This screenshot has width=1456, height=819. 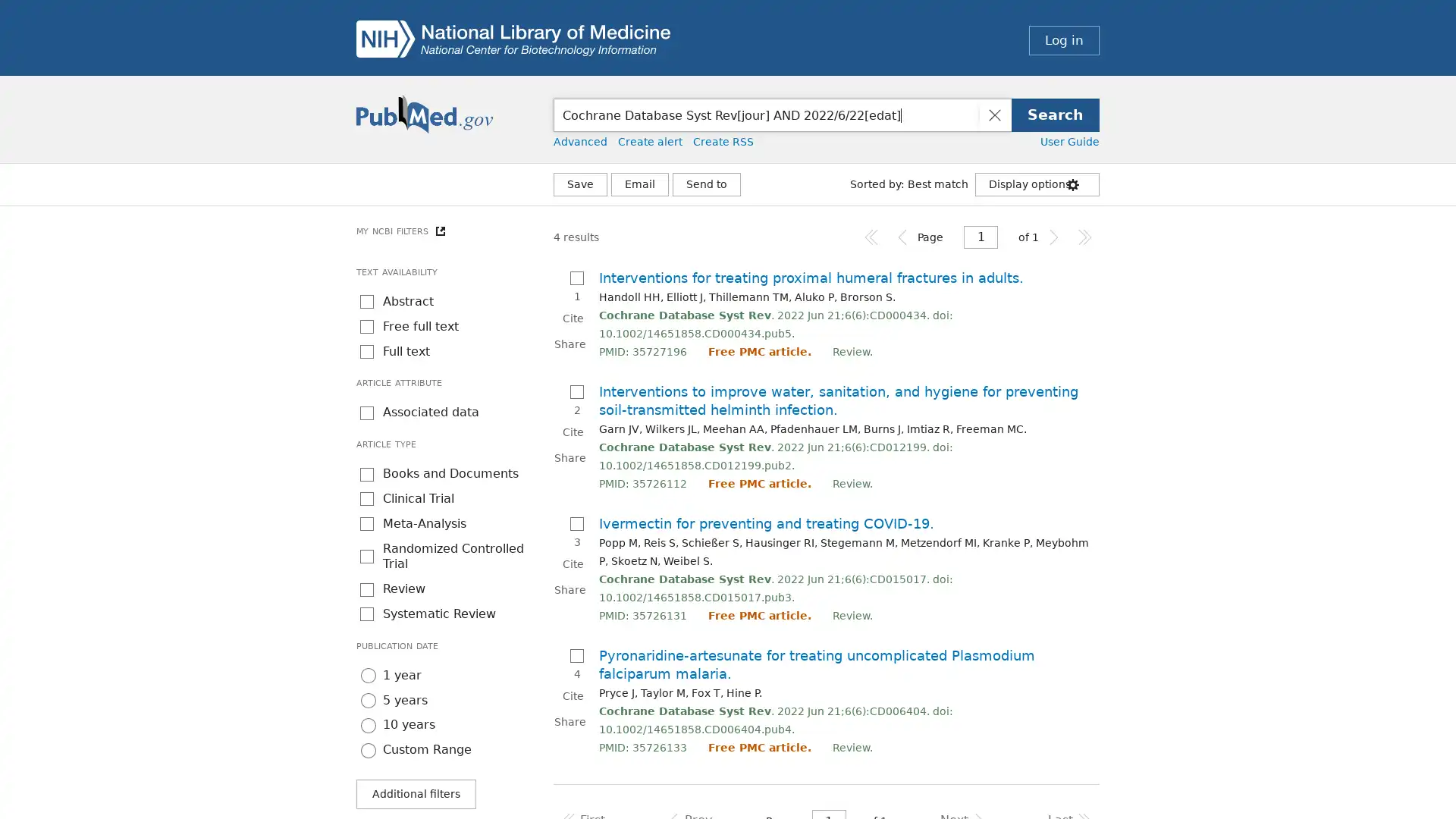 What do you see at coordinates (579, 184) in the screenshot?
I see `Save` at bounding box center [579, 184].